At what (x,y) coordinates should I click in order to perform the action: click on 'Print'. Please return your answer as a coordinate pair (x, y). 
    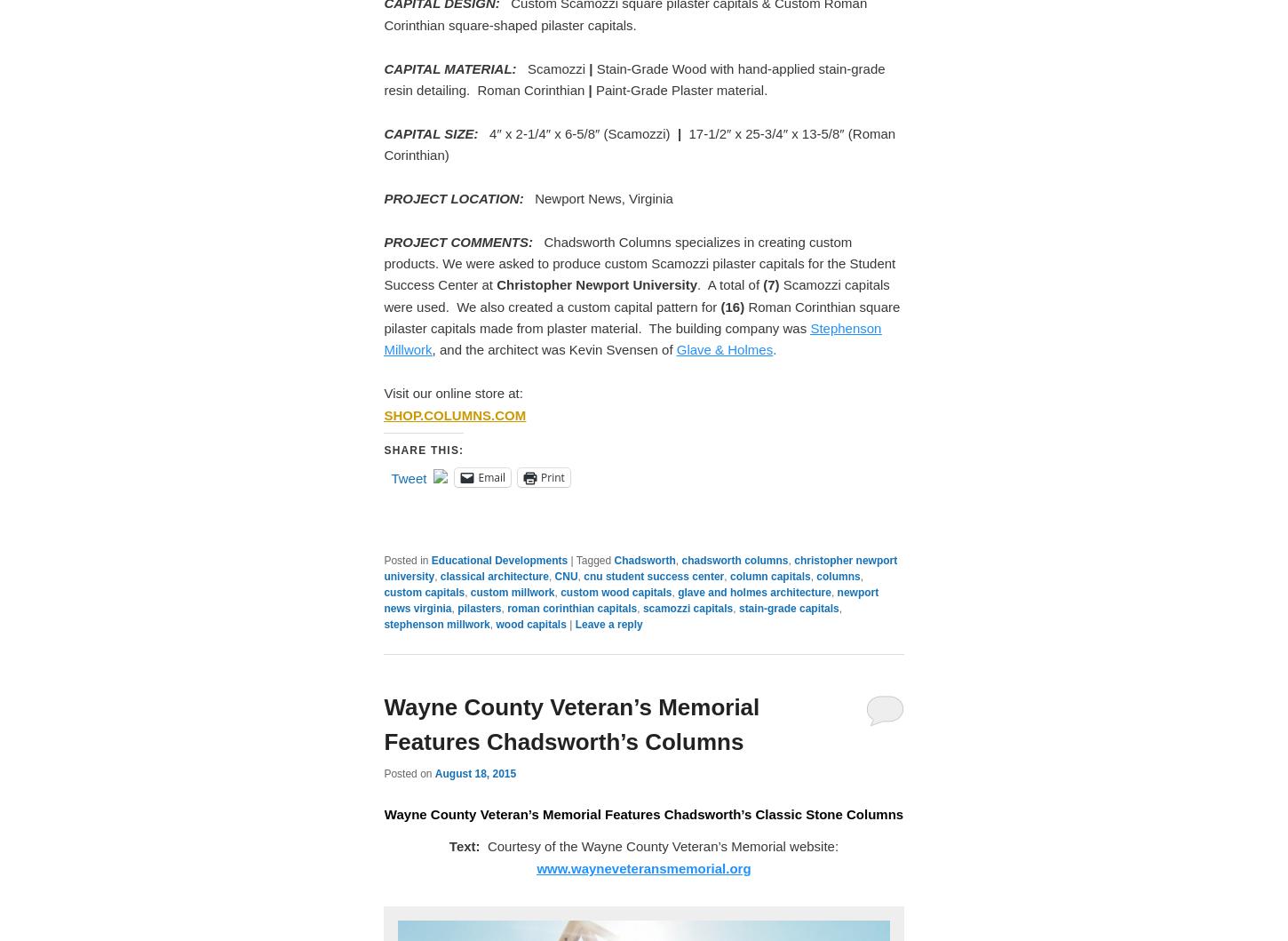
    Looking at the image, I should click on (540, 475).